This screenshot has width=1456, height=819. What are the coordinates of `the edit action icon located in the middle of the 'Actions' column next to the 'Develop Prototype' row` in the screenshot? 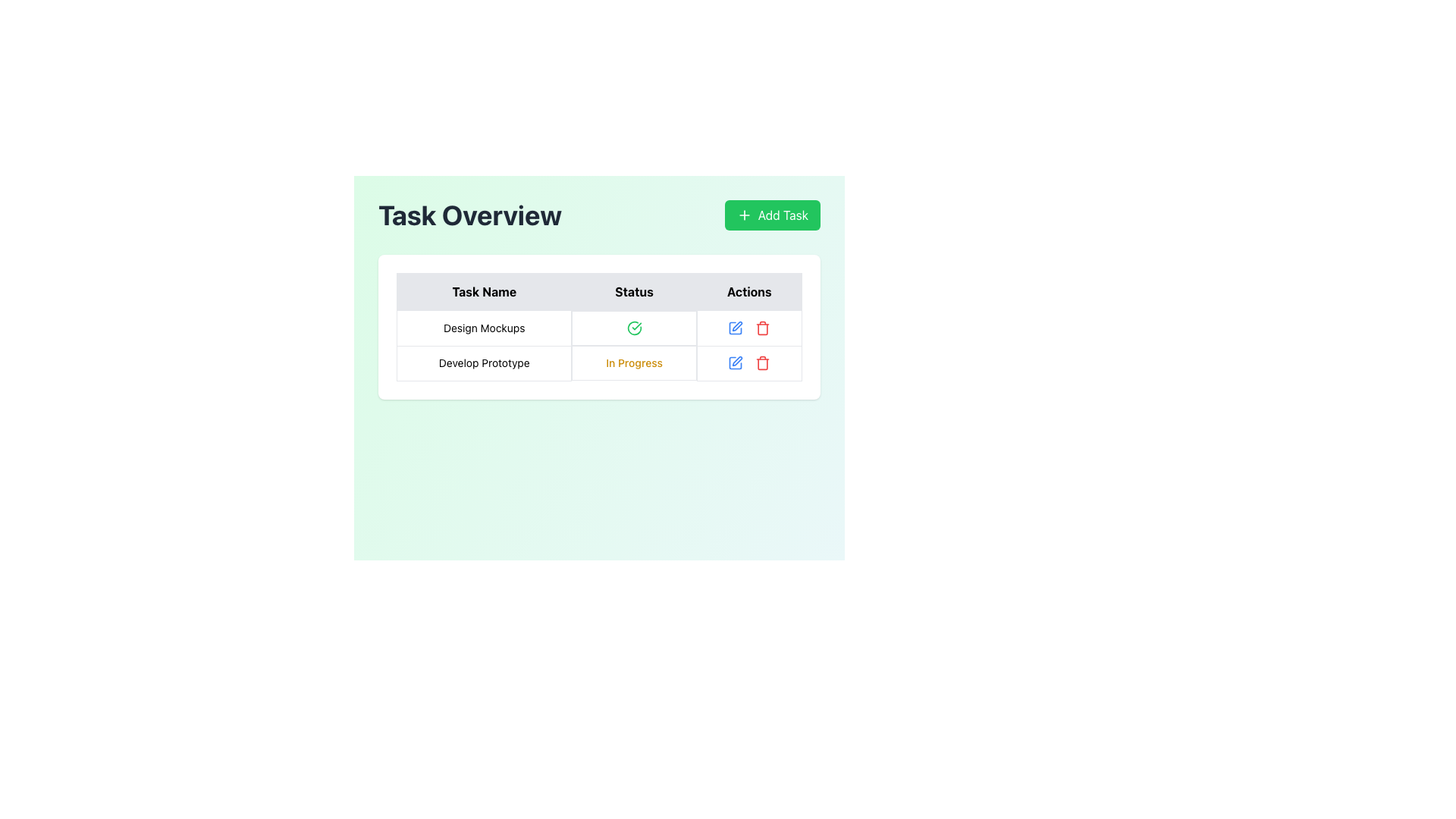 It's located at (737, 361).